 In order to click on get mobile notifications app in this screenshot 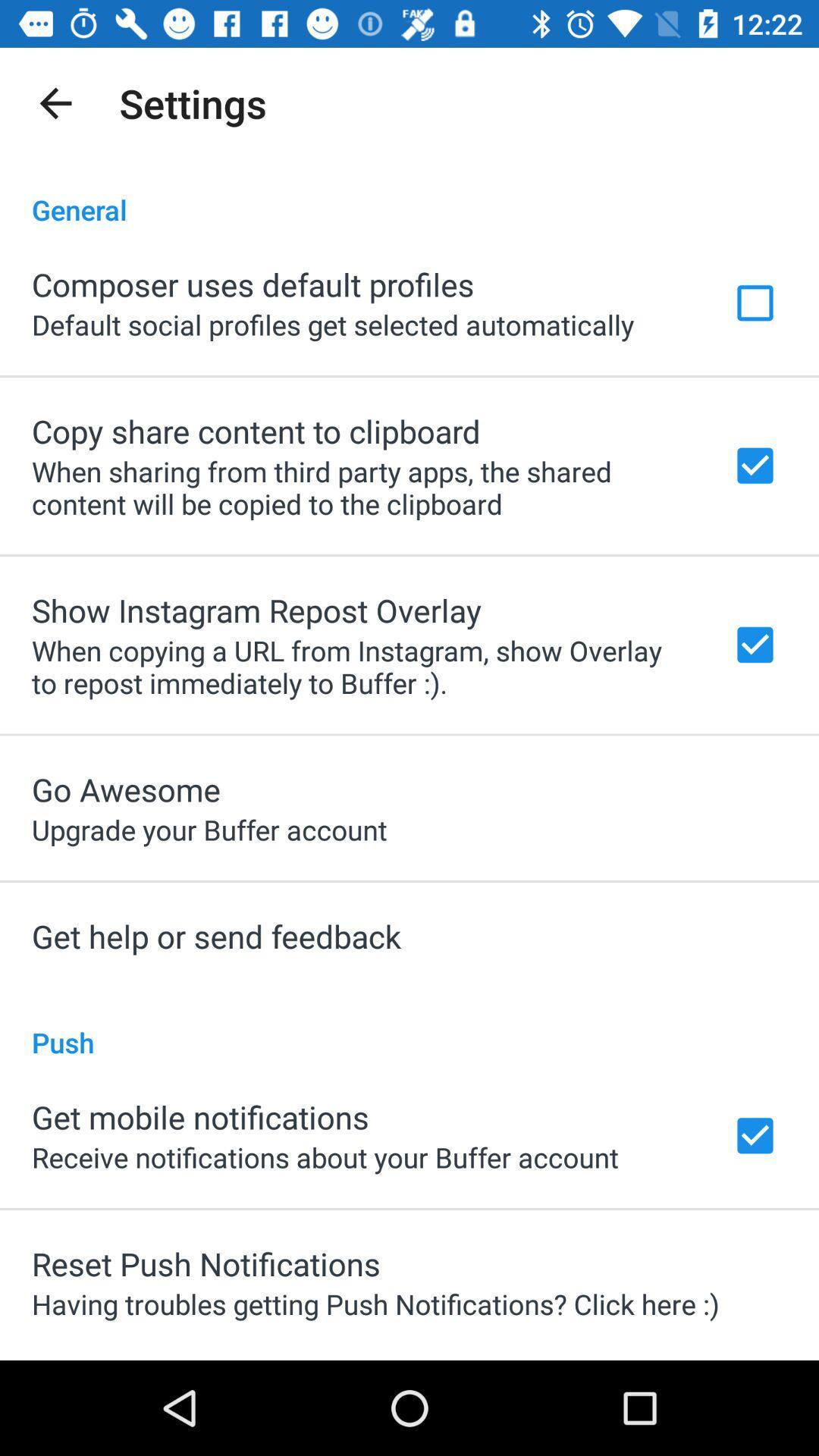, I will do `click(199, 1117)`.